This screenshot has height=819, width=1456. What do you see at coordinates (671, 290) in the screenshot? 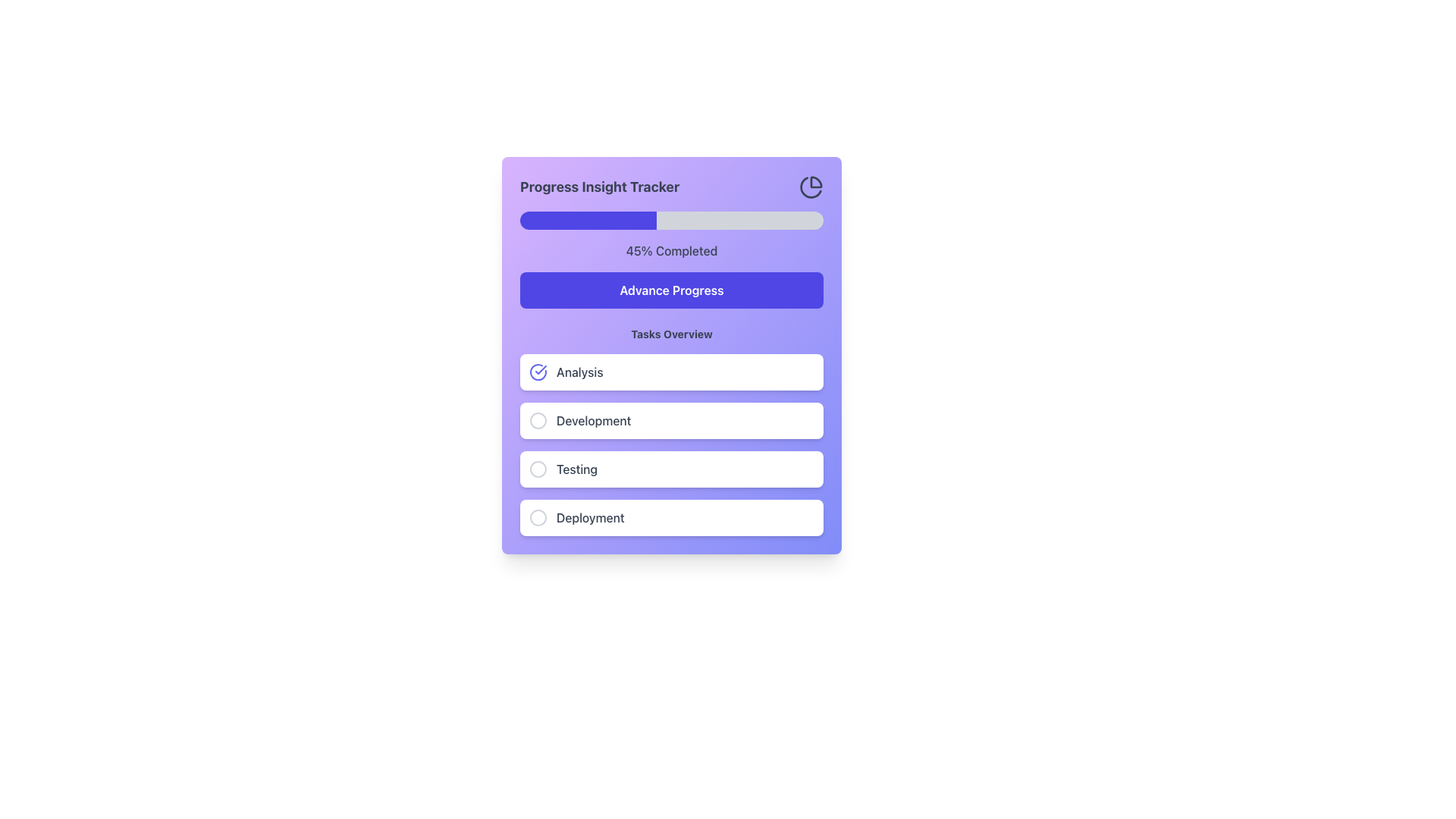
I see `the button labeled 'Advance Progress' with a purple background located within the 'Progress Insight Tracker' card` at bounding box center [671, 290].